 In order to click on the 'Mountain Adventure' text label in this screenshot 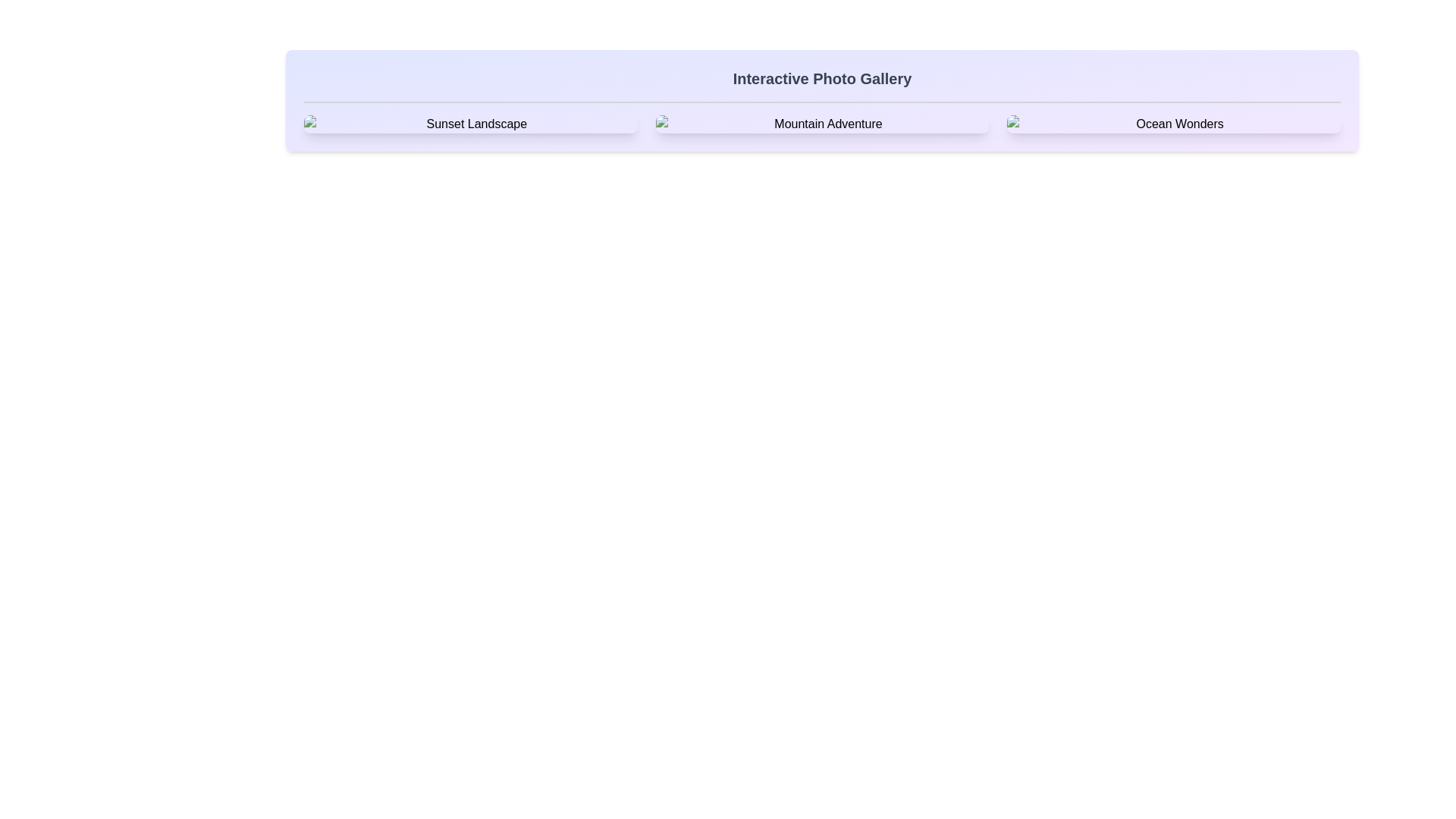, I will do `click(821, 124)`.